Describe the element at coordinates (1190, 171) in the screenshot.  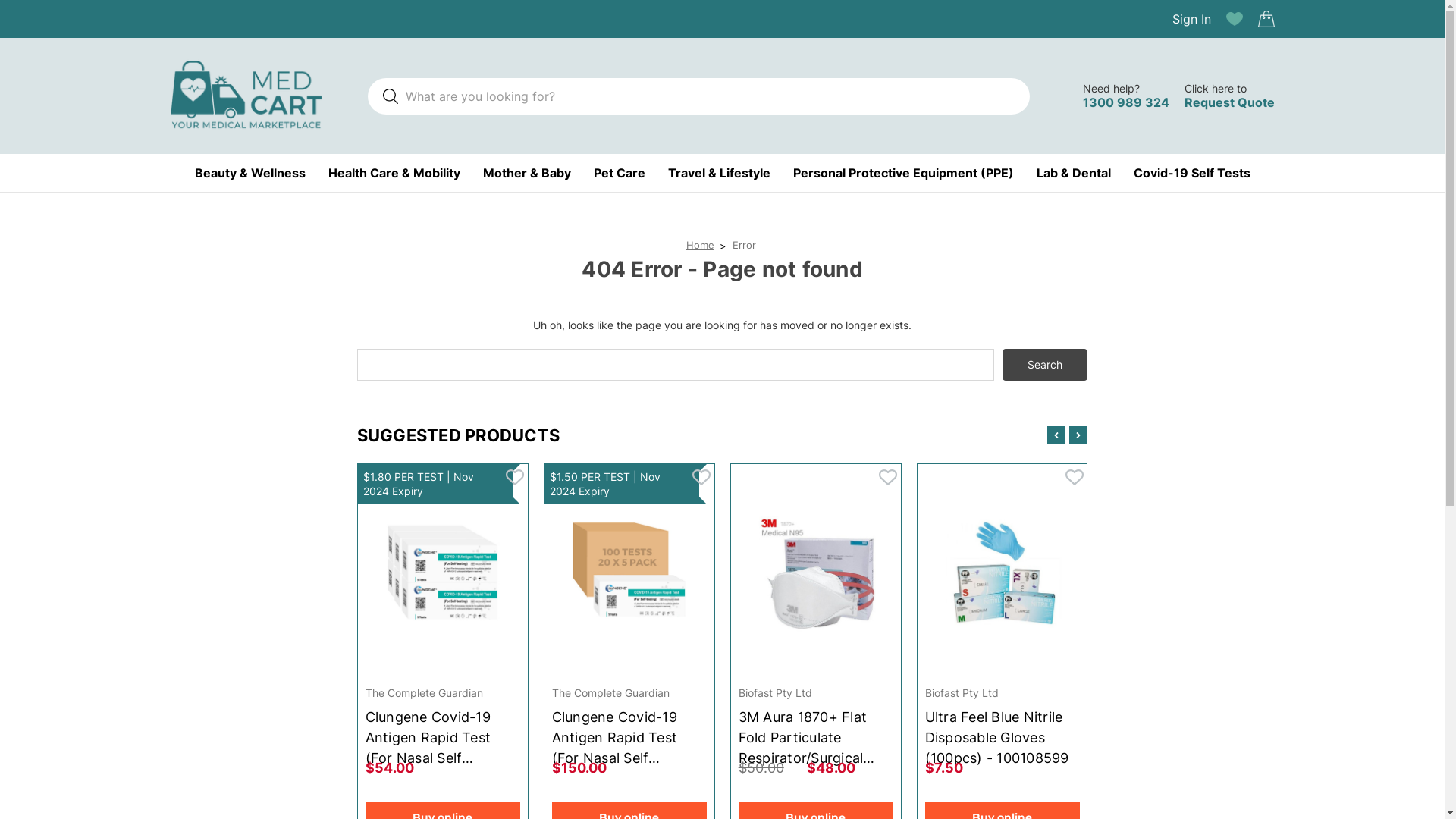
I see `'Covid-19 Self Tests'` at that location.